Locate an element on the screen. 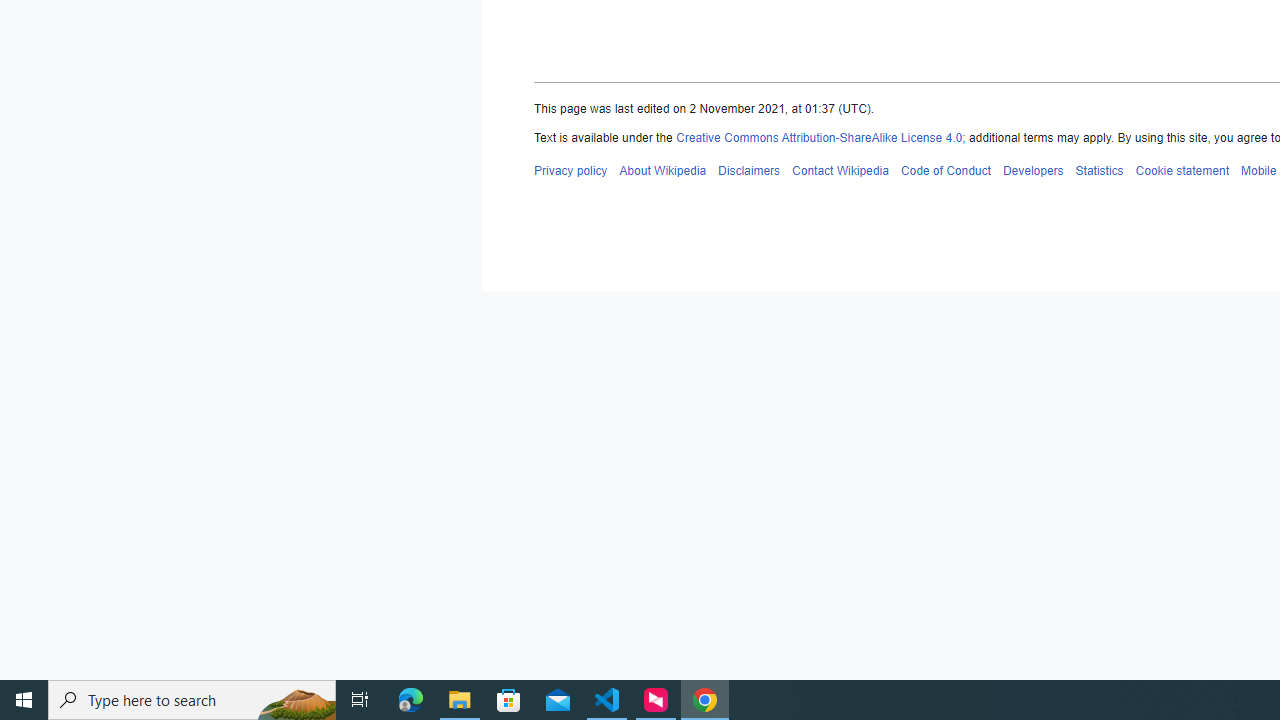 The image size is (1280, 720). 'AutomationID: footer-places-about' is located at coordinates (663, 169).